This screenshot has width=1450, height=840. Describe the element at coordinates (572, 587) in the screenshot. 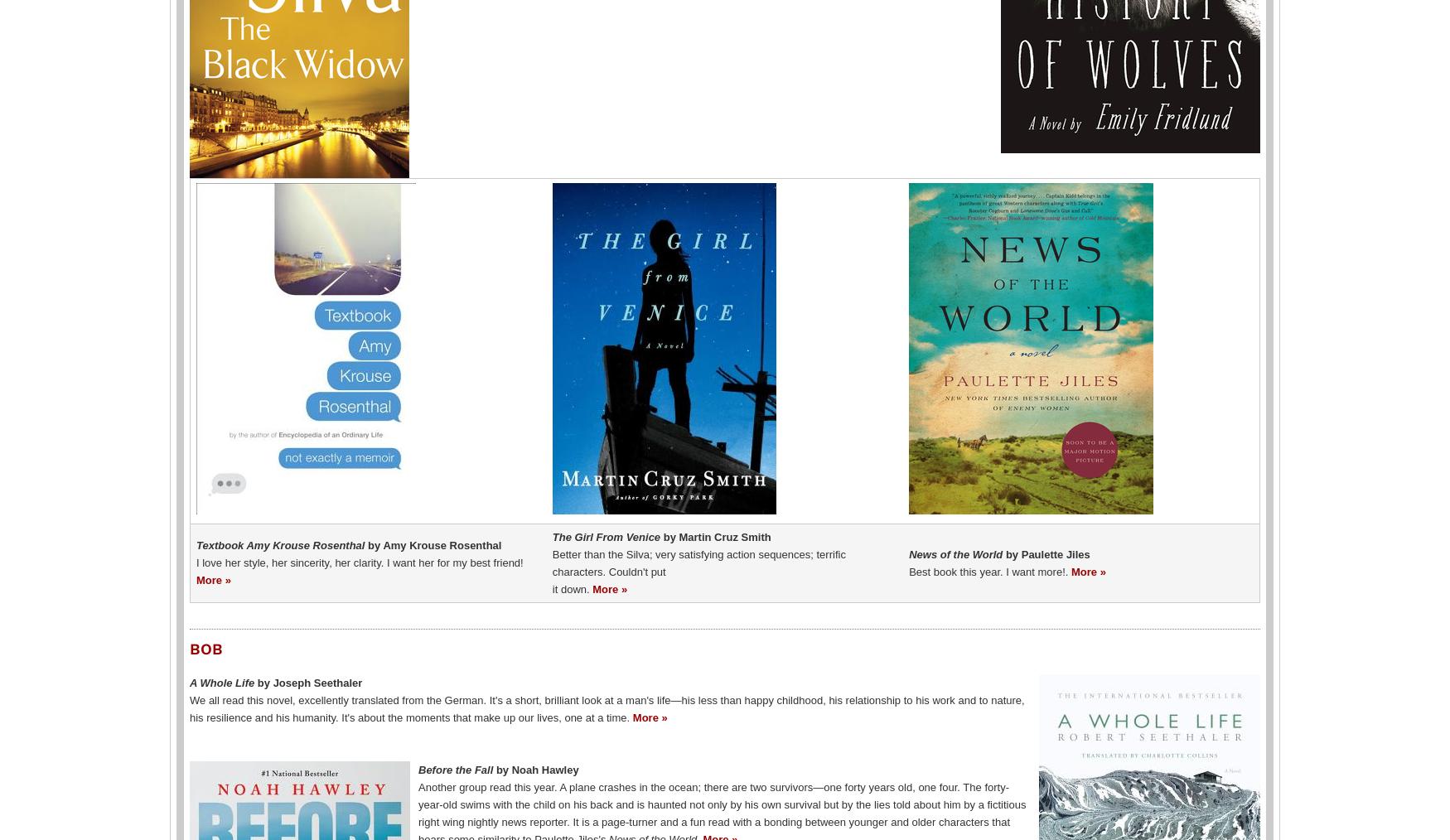

I see `'it down.'` at that location.